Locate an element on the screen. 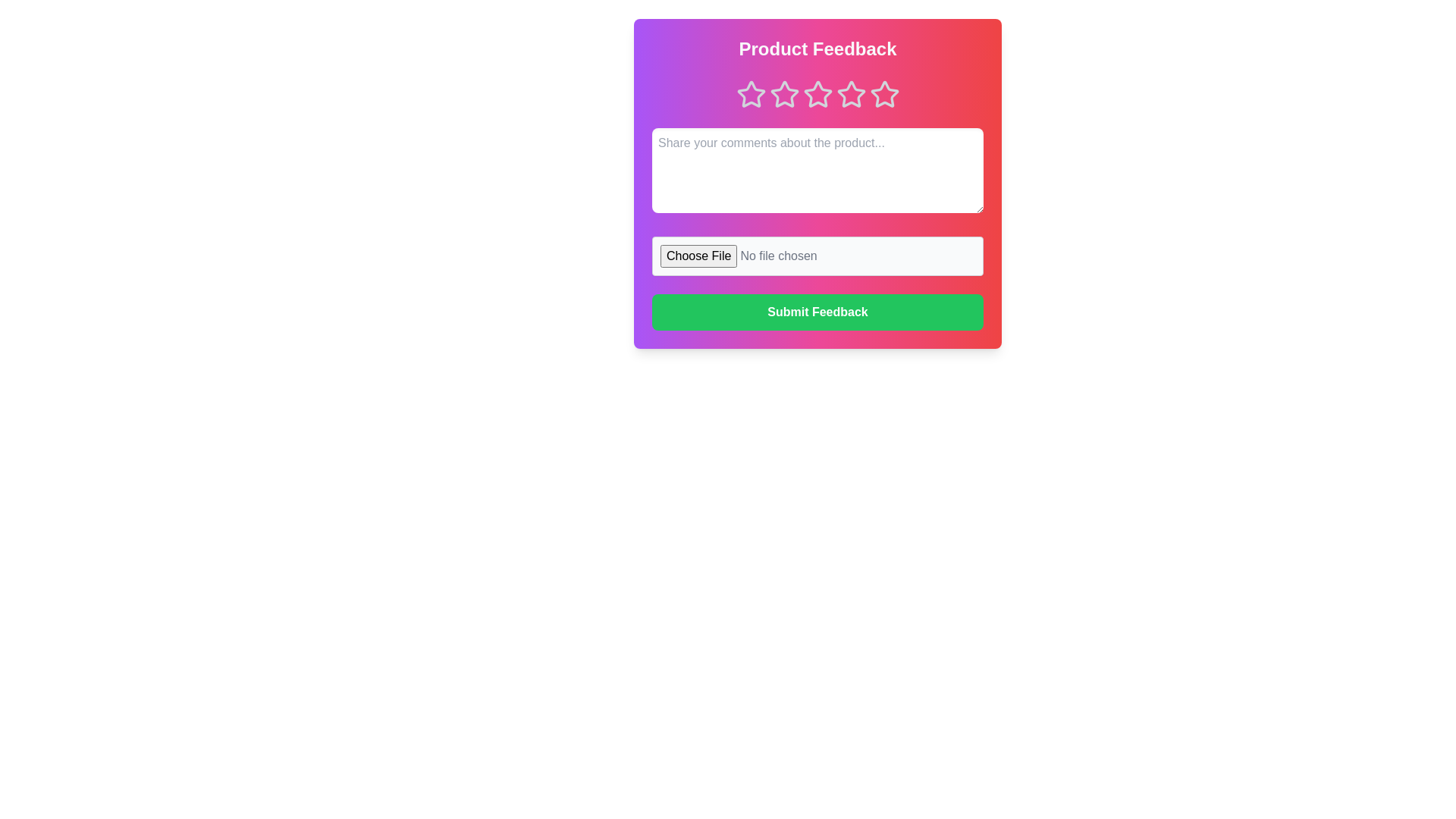 The width and height of the screenshot is (1456, 819). the 'Submit Feedback' button with rounded borders and green background is located at coordinates (817, 312).